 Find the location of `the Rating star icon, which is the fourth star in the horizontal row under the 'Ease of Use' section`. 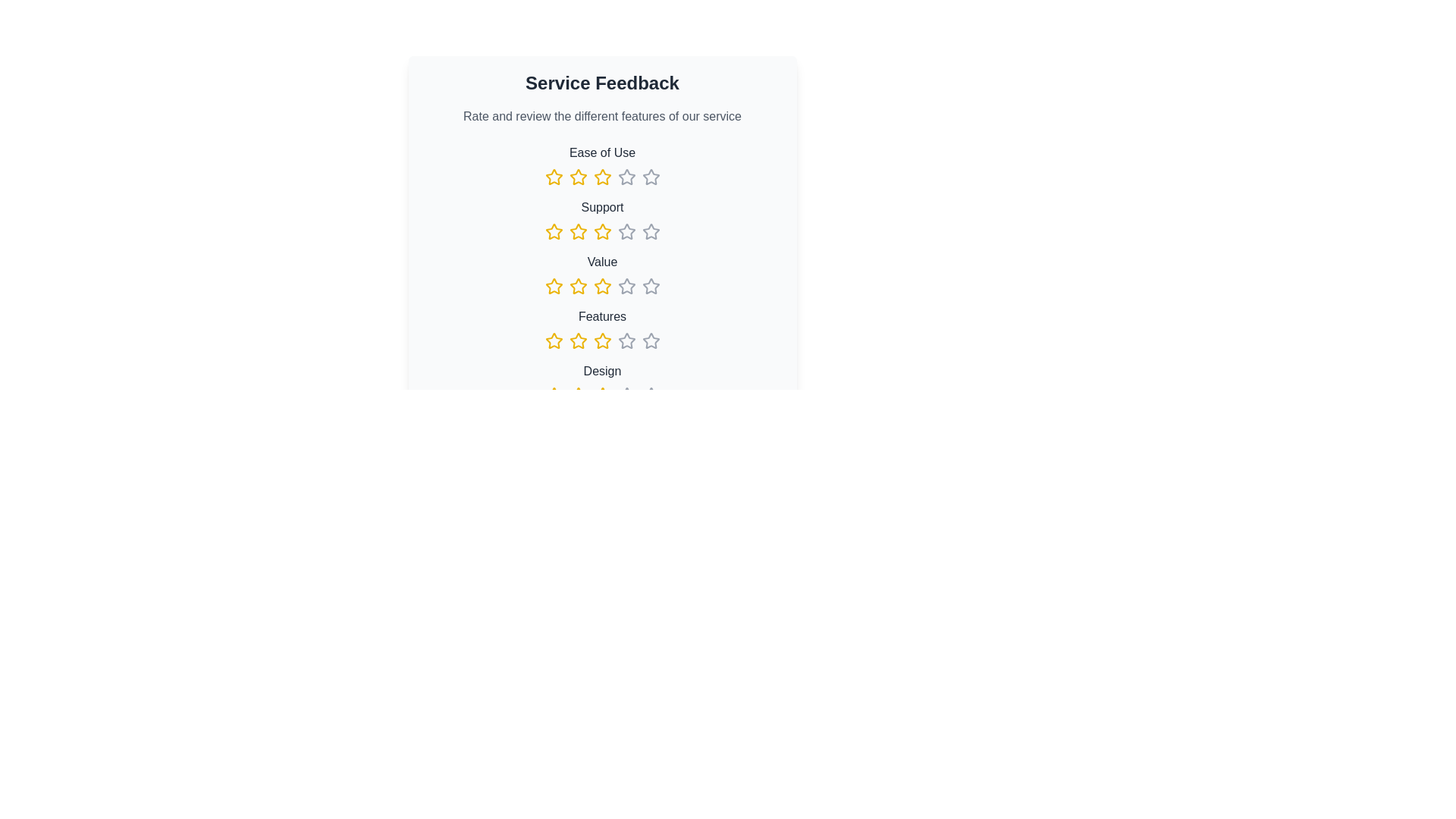

the Rating star icon, which is the fourth star in the horizontal row under the 'Ease of Use' section is located at coordinates (601, 177).